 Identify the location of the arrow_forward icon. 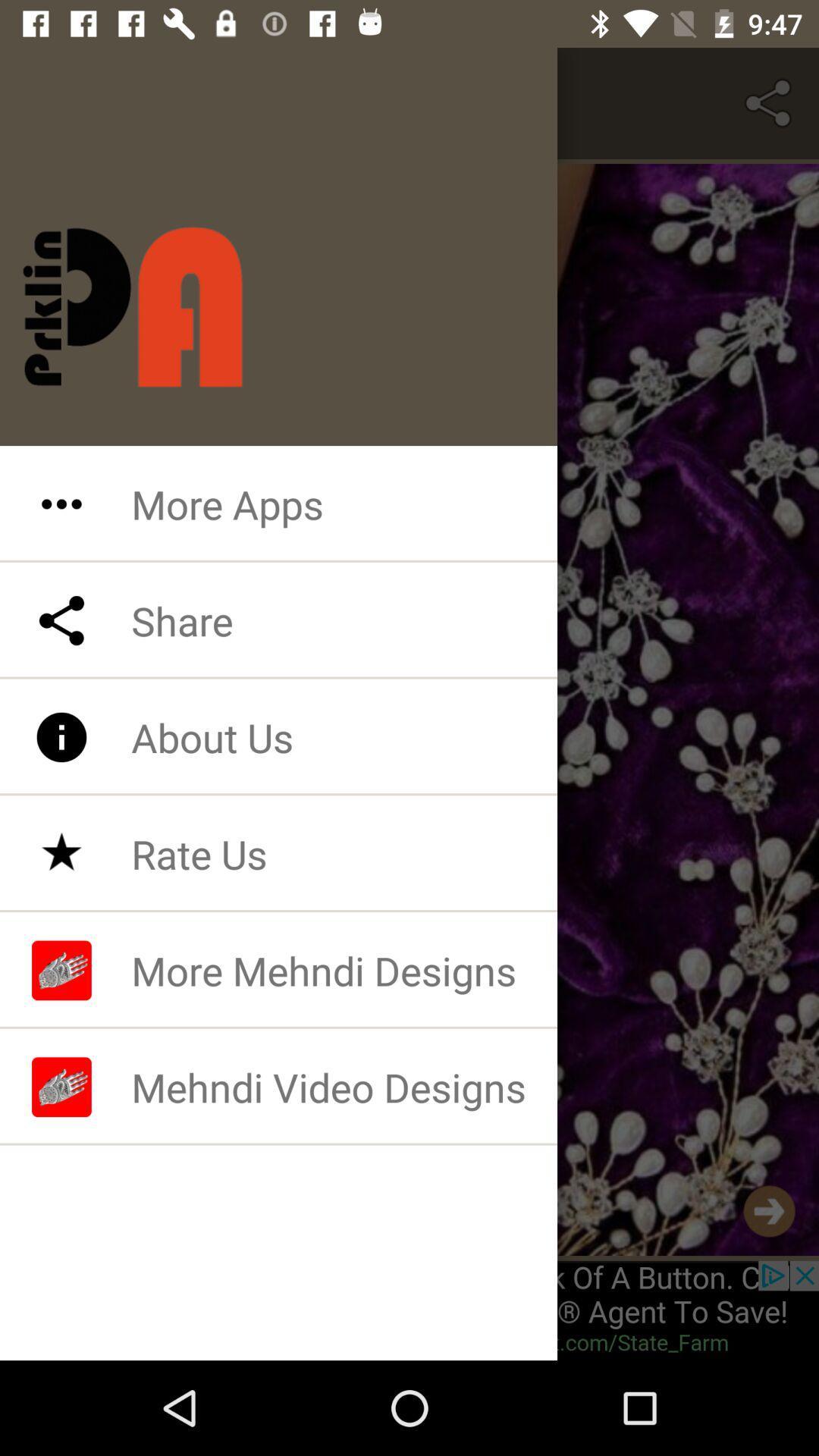
(769, 1210).